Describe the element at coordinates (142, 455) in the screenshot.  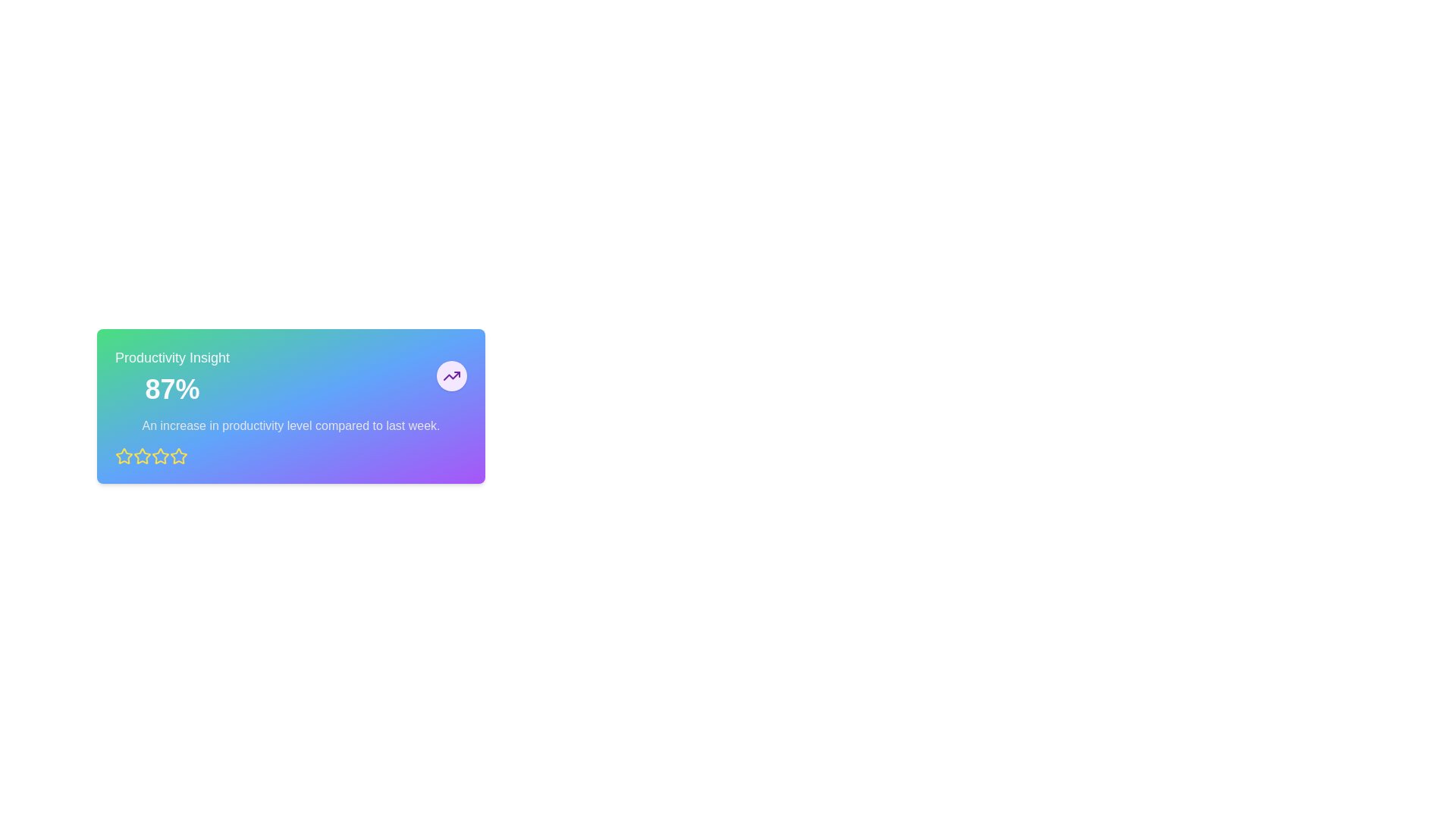
I see `the second star icon from the left` at that location.